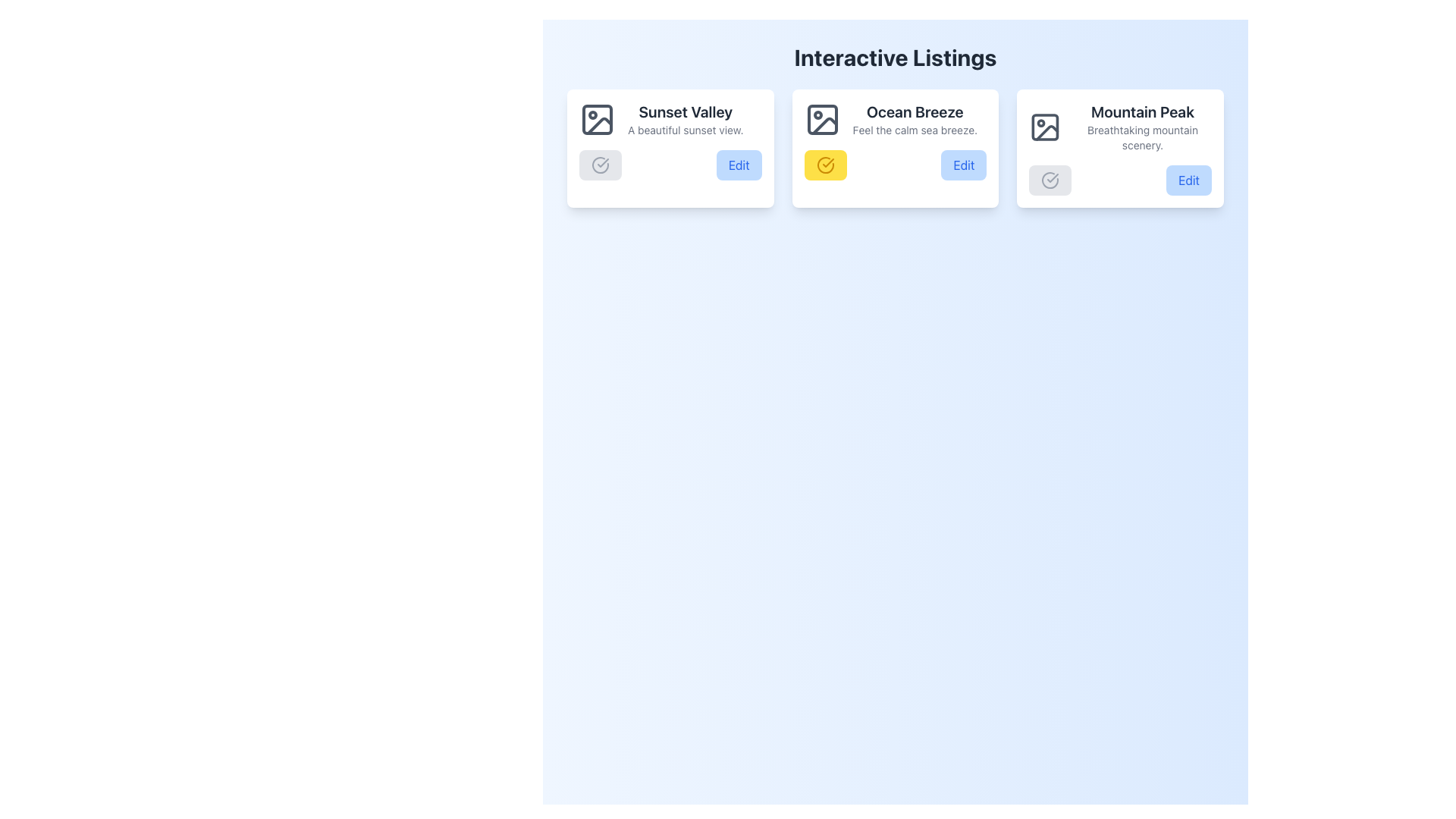  I want to click on the static text component labeled 'Sunset Valley' with the subtitle 'A beautiful sunset view.' located in the leftmost card above the blue 'Edit' button, so click(685, 119).